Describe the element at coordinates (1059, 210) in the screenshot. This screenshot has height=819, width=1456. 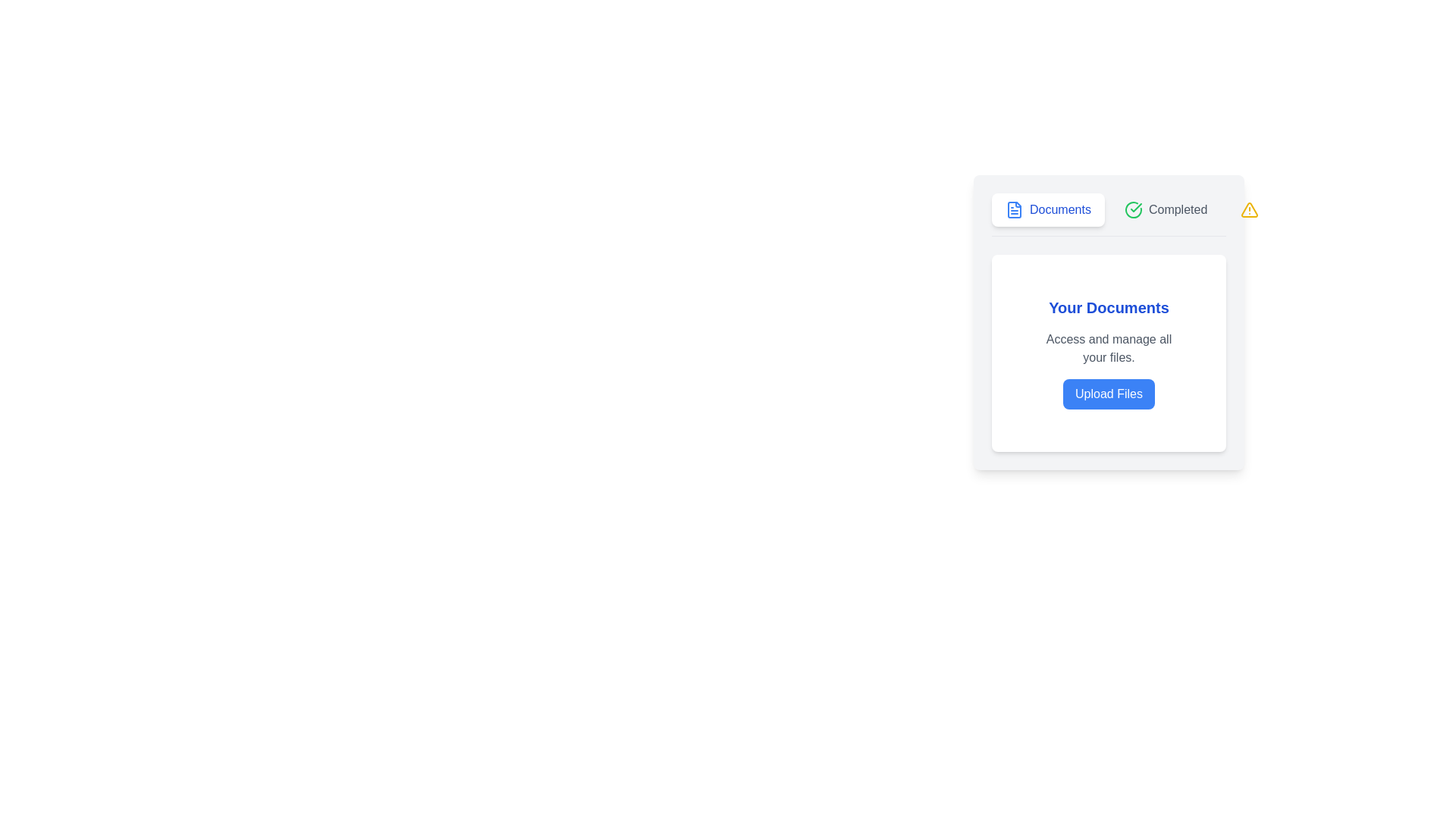
I see `the 'Documents' static text label located in the top-left portion of the rectangular card` at that location.